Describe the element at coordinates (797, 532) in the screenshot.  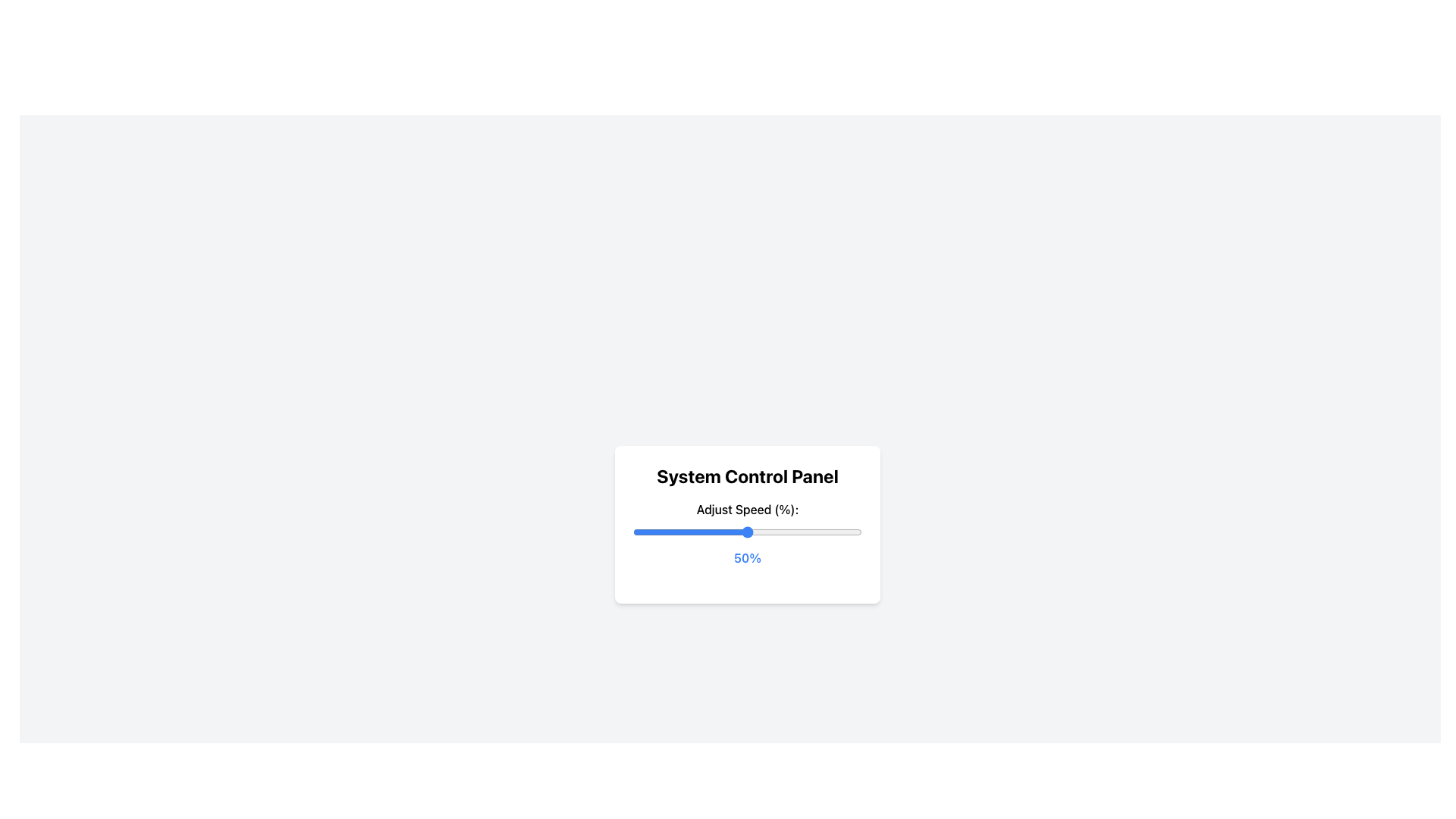
I see `the slider value` at that location.